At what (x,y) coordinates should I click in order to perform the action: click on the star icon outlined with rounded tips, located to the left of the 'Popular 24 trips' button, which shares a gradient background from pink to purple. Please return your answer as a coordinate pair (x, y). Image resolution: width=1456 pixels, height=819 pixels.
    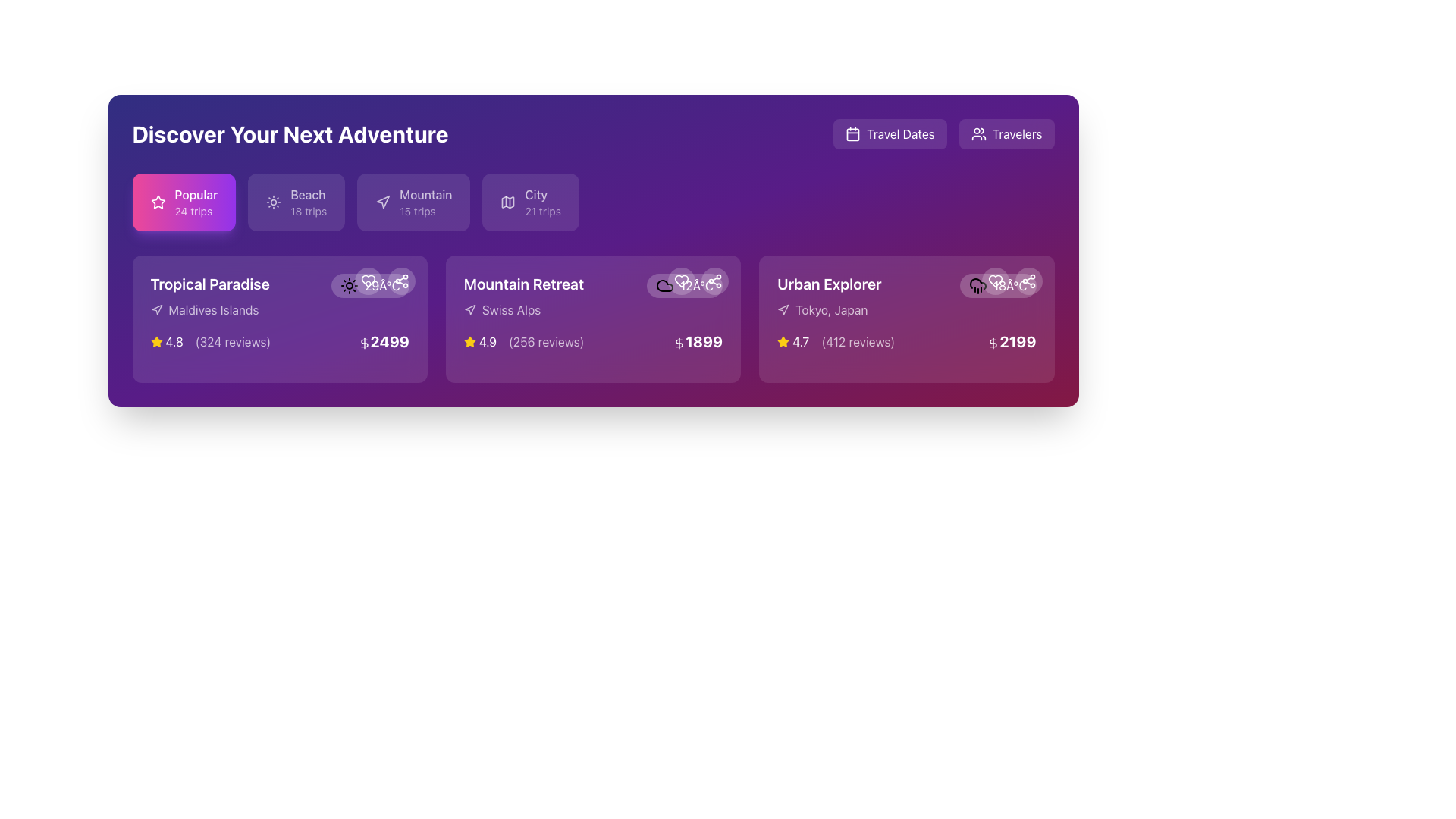
    Looking at the image, I should click on (158, 201).